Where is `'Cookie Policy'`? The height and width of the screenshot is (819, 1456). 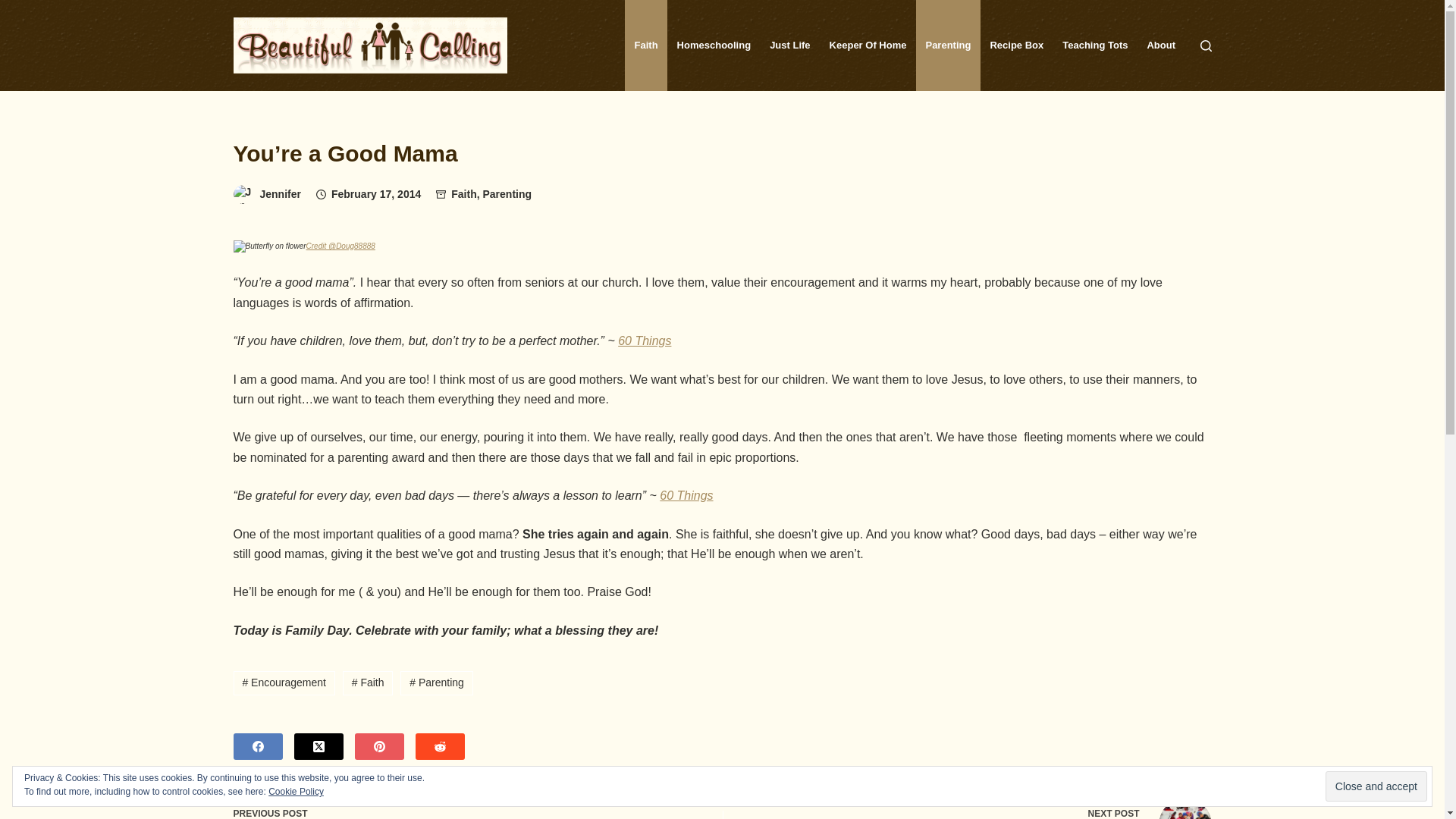
'Cookie Policy' is located at coordinates (296, 791).